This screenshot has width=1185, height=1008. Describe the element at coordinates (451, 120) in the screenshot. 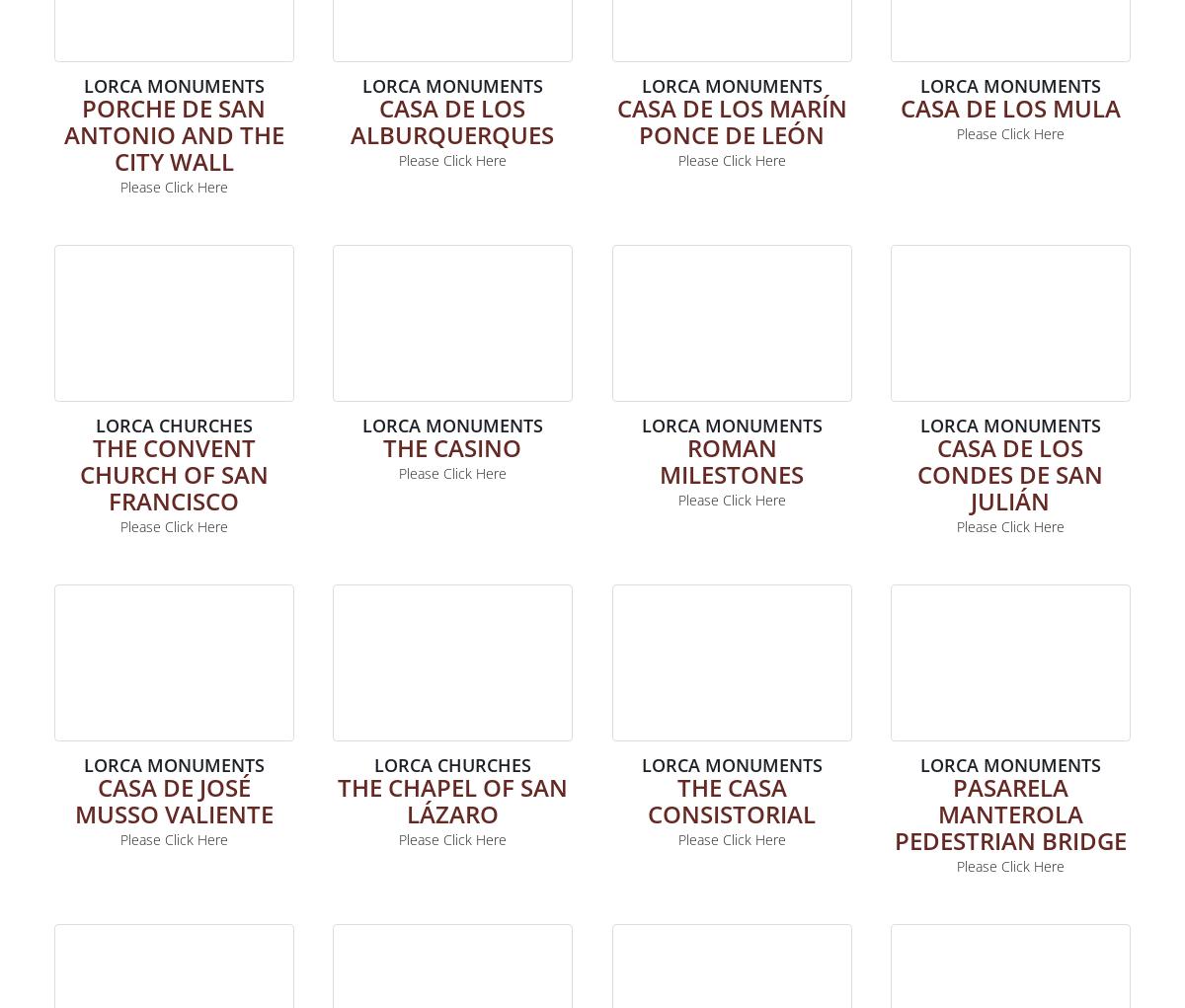

I see `'Casa de los Alburquerques'` at that location.